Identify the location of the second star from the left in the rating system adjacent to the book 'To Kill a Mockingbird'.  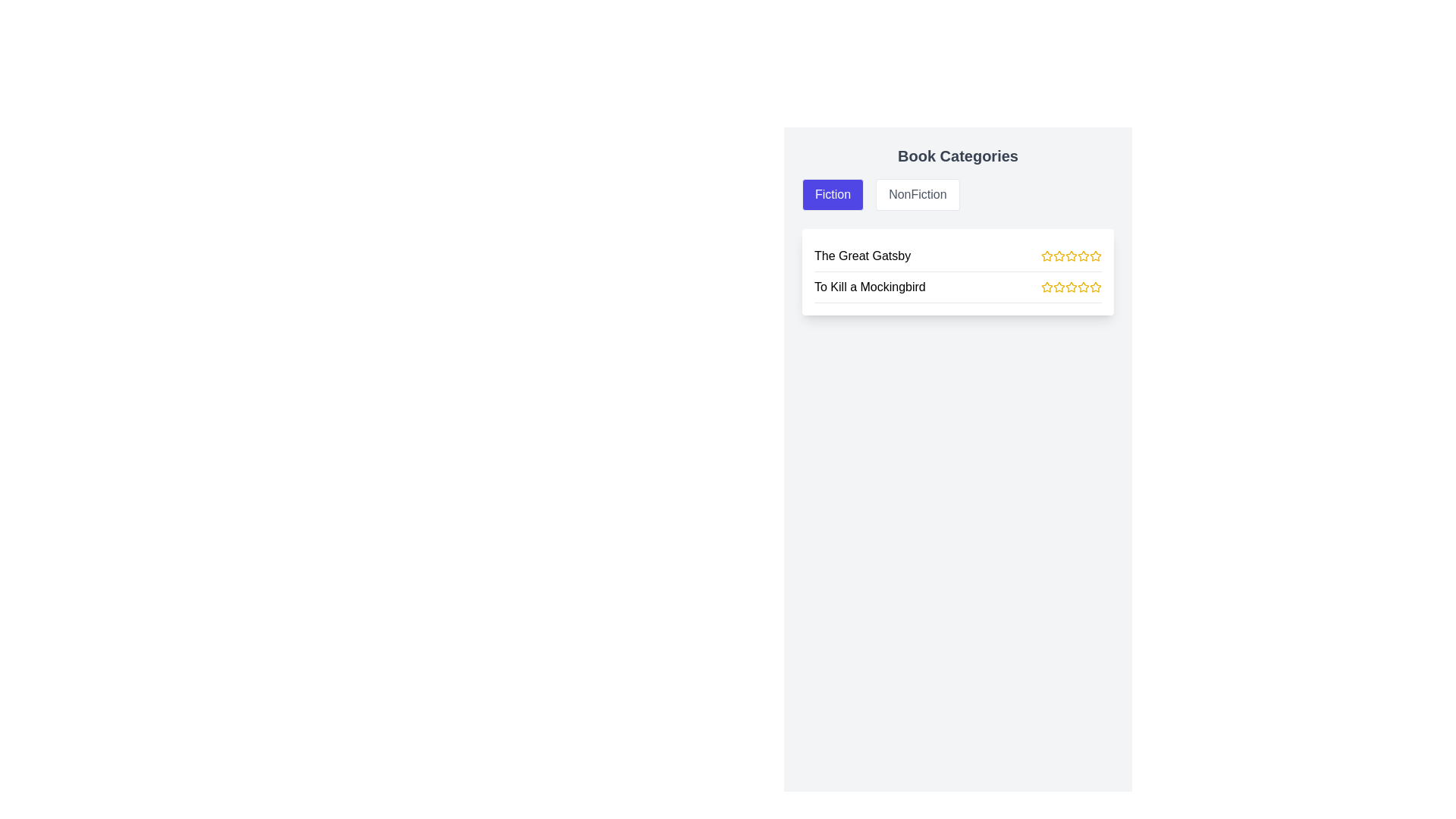
(1058, 287).